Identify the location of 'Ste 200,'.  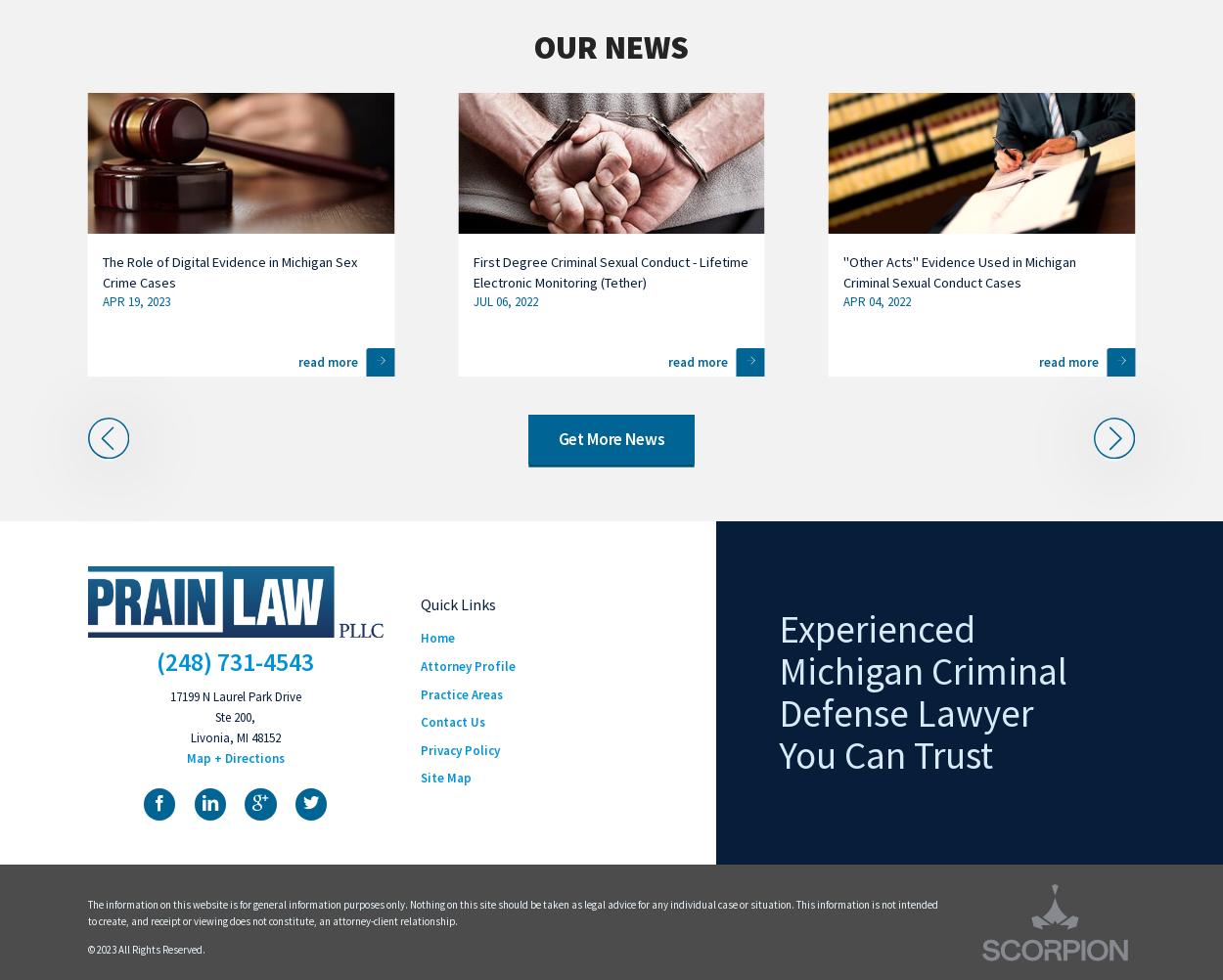
(234, 717).